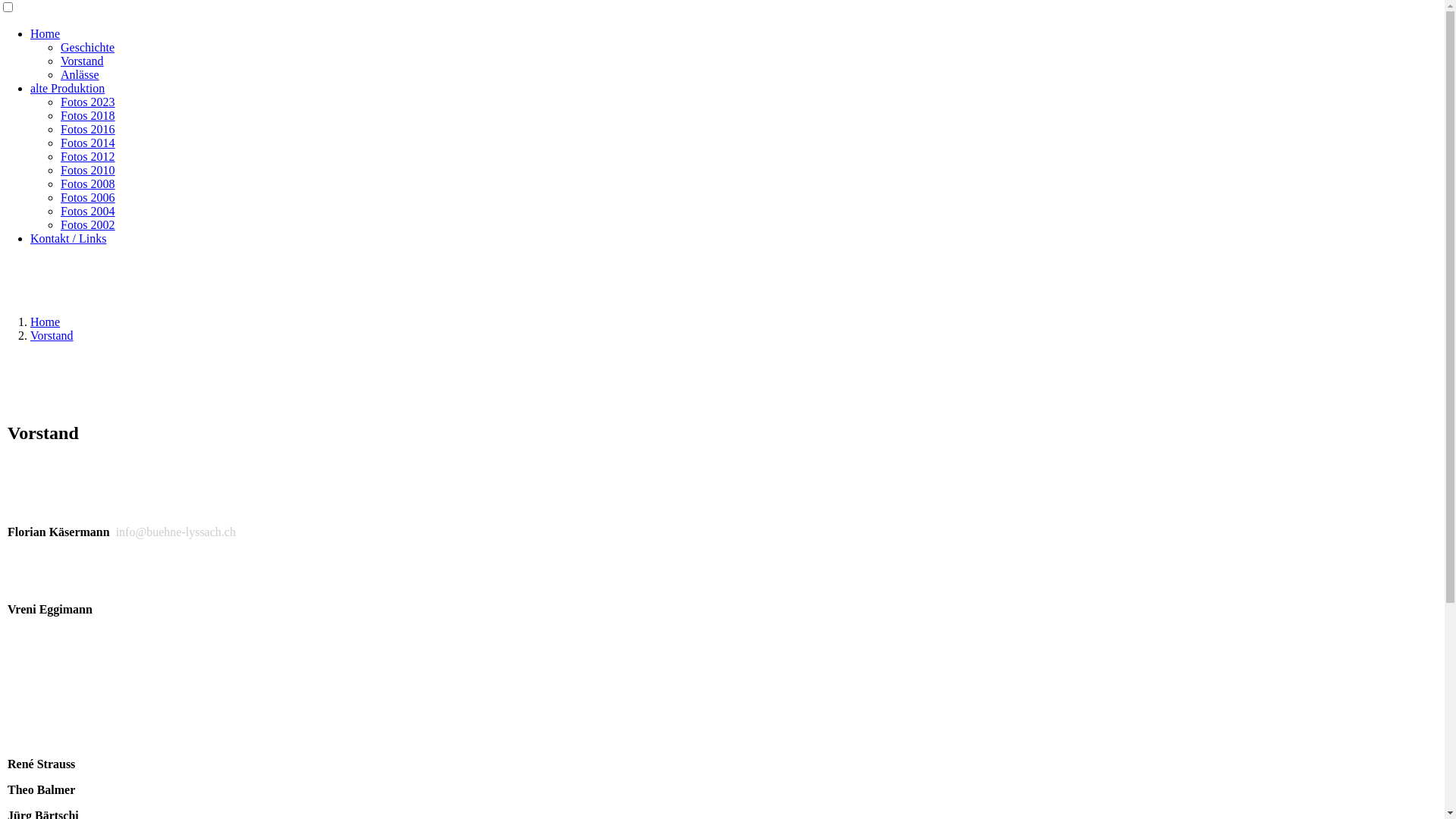 This screenshot has width=1456, height=819. What do you see at coordinates (61, 156) in the screenshot?
I see `'Fotos 2012'` at bounding box center [61, 156].